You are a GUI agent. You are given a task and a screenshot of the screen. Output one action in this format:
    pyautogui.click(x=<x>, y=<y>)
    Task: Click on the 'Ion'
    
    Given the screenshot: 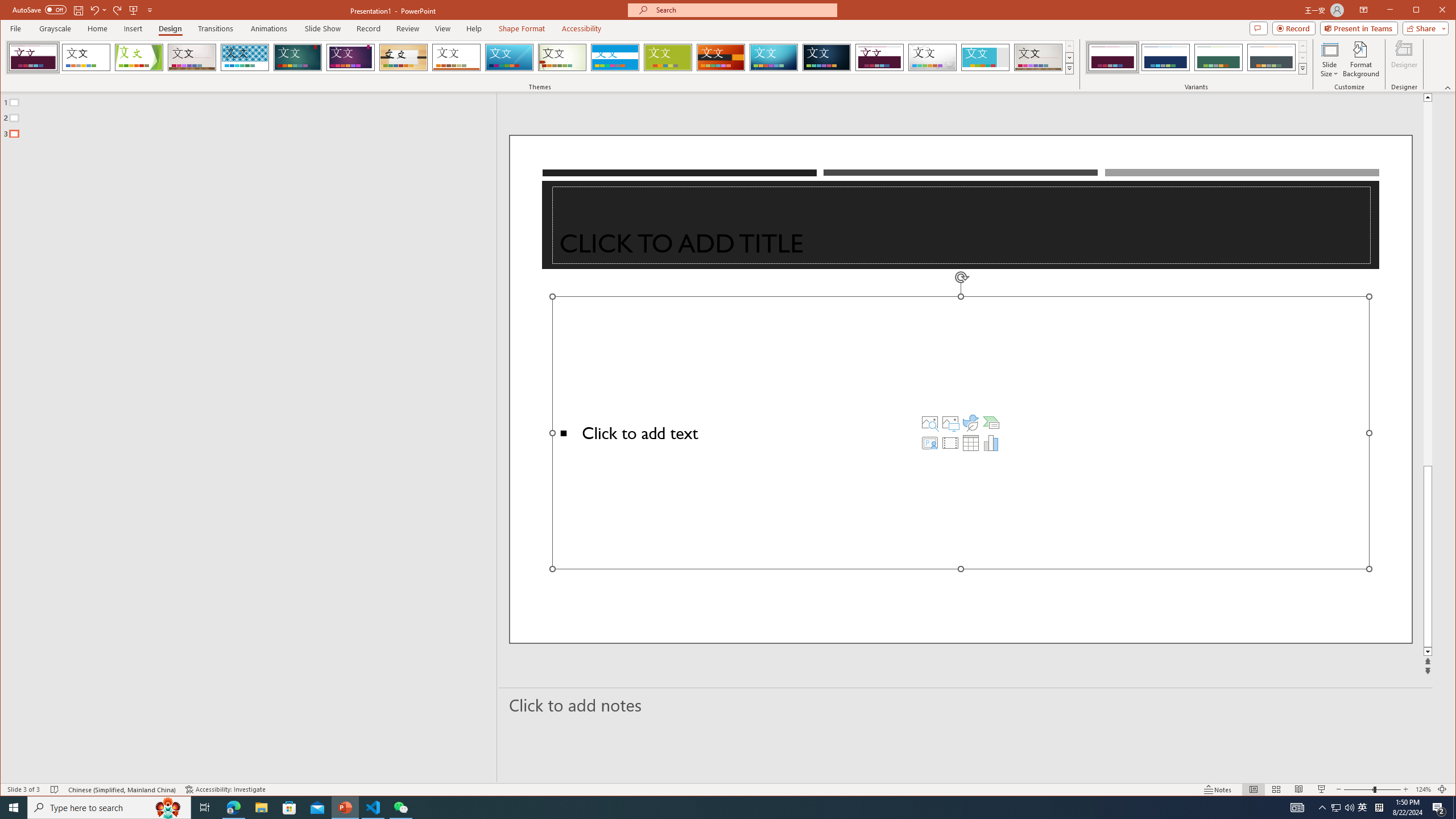 What is the action you would take?
    pyautogui.click(x=297, y=57)
    